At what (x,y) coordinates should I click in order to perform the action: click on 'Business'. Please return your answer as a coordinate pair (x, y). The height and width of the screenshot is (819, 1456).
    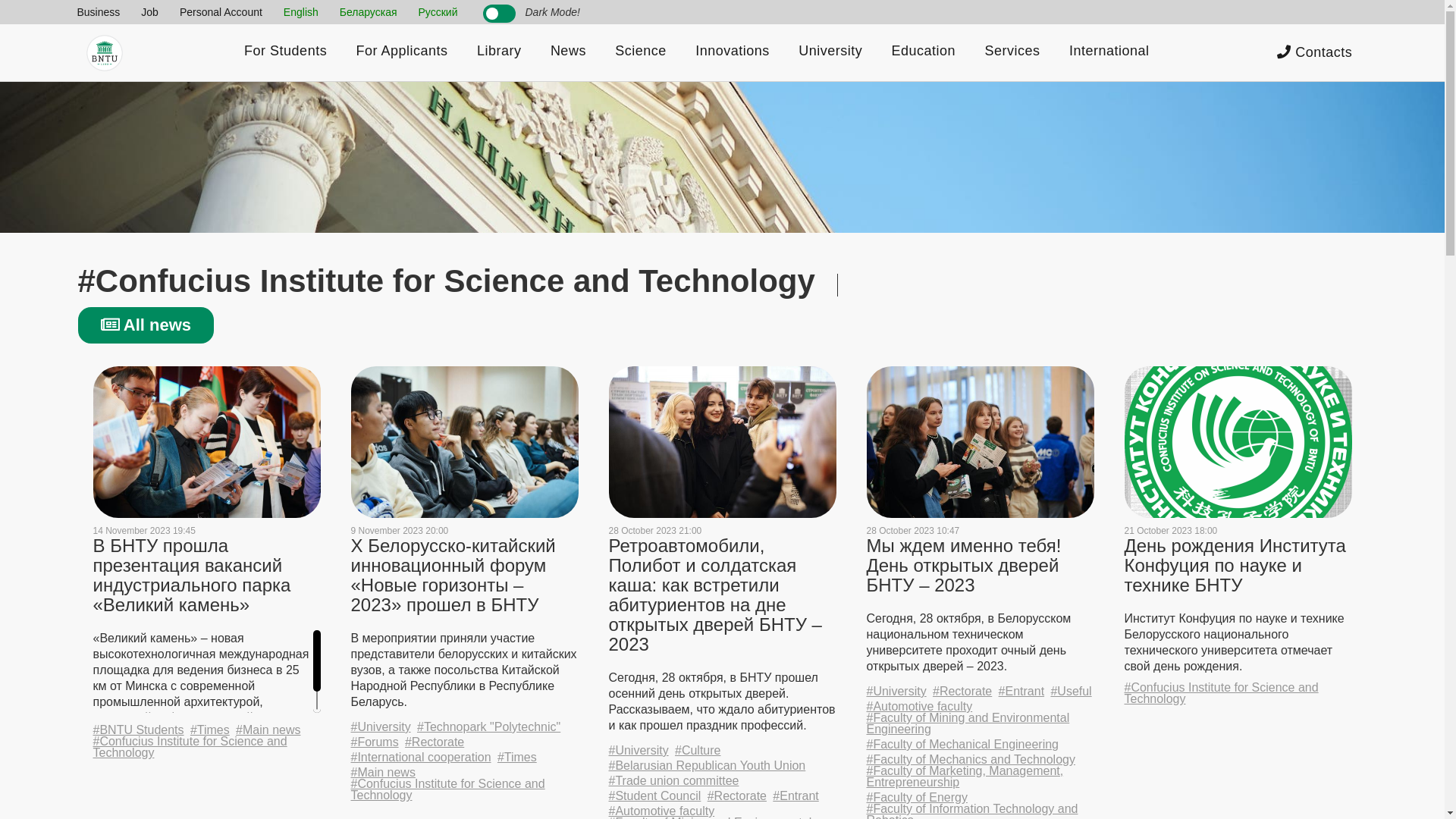
    Looking at the image, I should click on (98, 11).